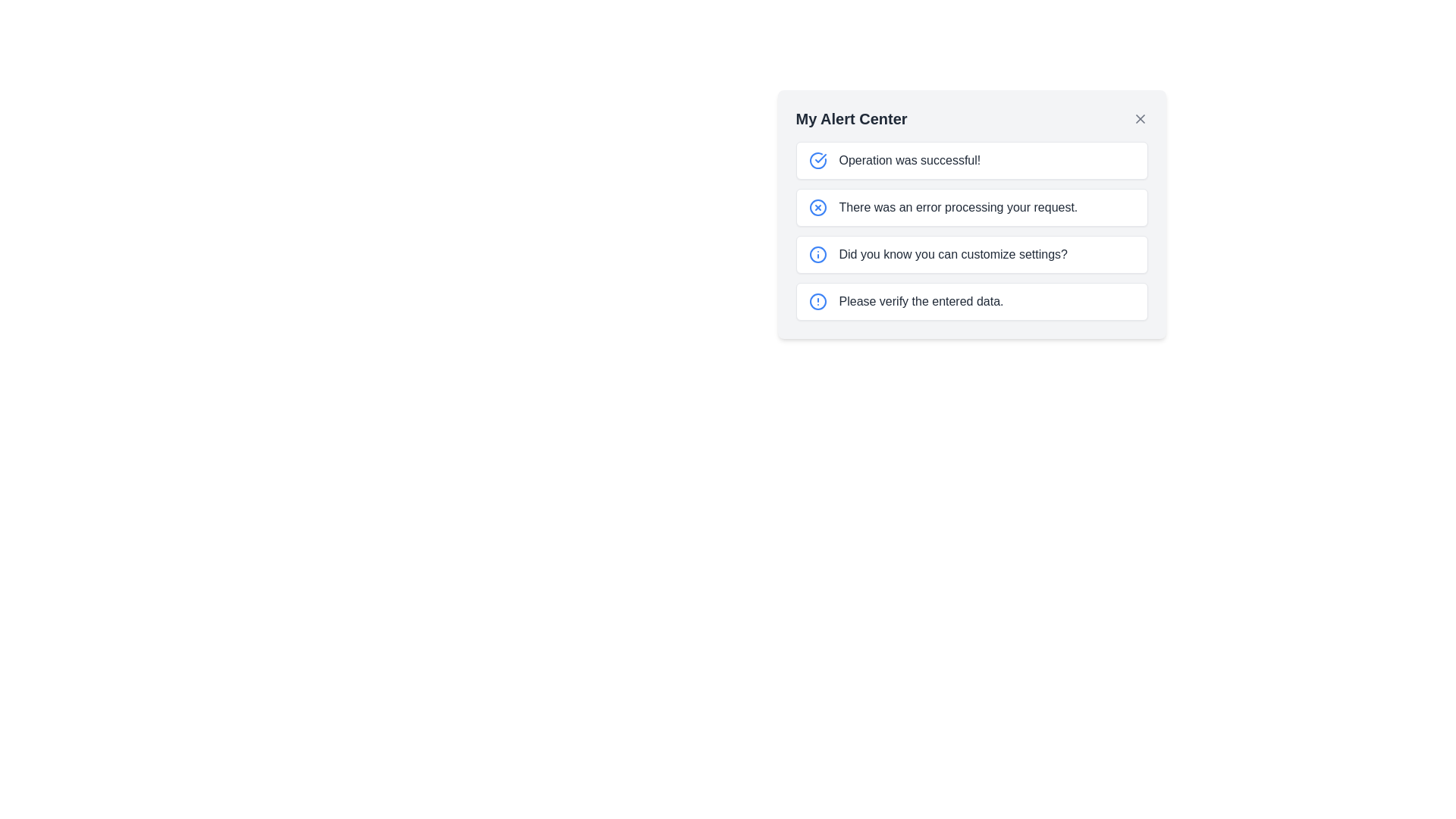 The height and width of the screenshot is (819, 1456). What do you see at coordinates (971, 207) in the screenshot?
I see `the second Notification card that informs the user about a specific error, located between two other notifications in the vertical list` at bounding box center [971, 207].